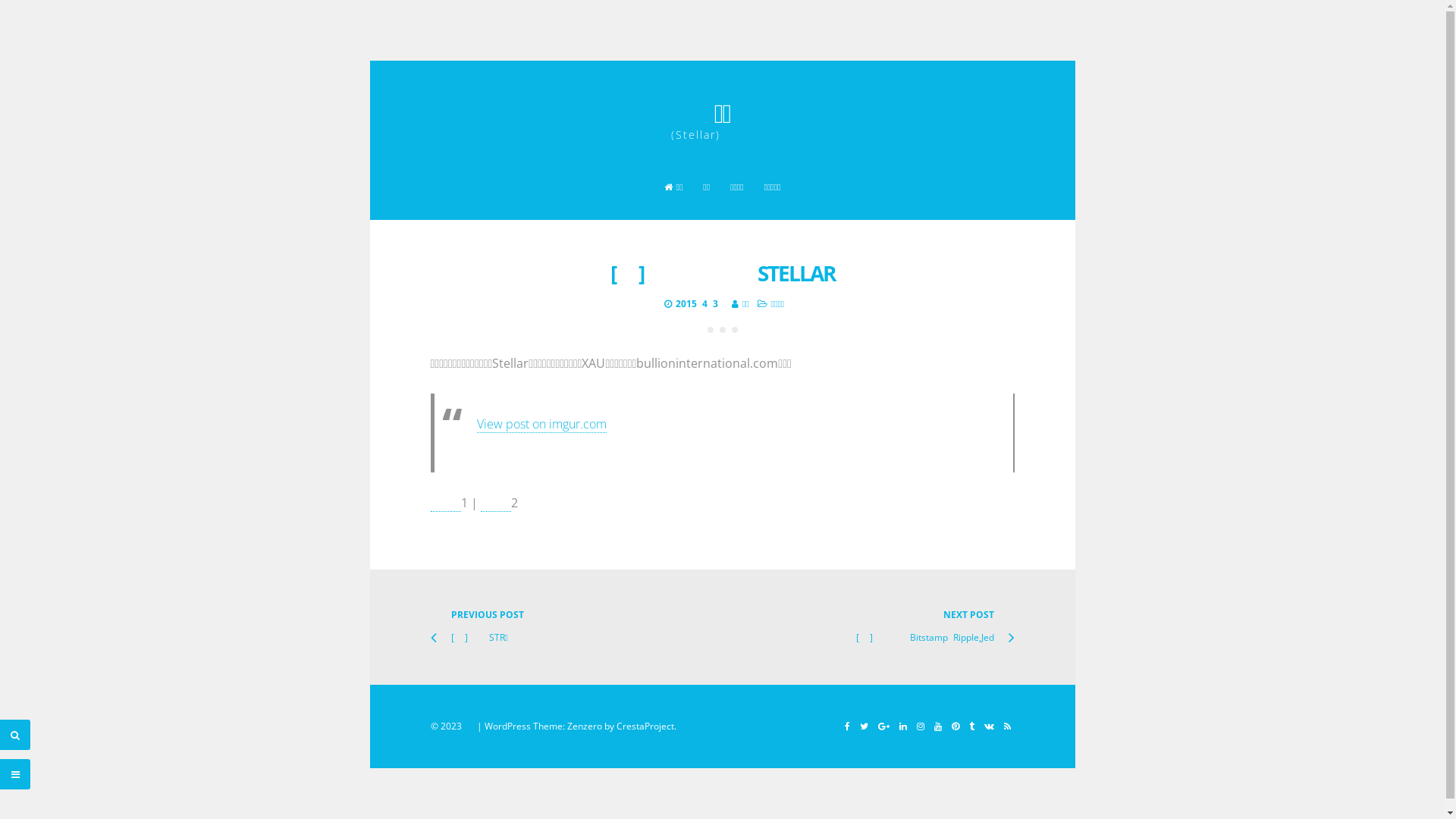 The width and height of the screenshot is (1456, 819). Describe the element at coordinates (920, 725) in the screenshot. I see `'Instagram'` at that location.